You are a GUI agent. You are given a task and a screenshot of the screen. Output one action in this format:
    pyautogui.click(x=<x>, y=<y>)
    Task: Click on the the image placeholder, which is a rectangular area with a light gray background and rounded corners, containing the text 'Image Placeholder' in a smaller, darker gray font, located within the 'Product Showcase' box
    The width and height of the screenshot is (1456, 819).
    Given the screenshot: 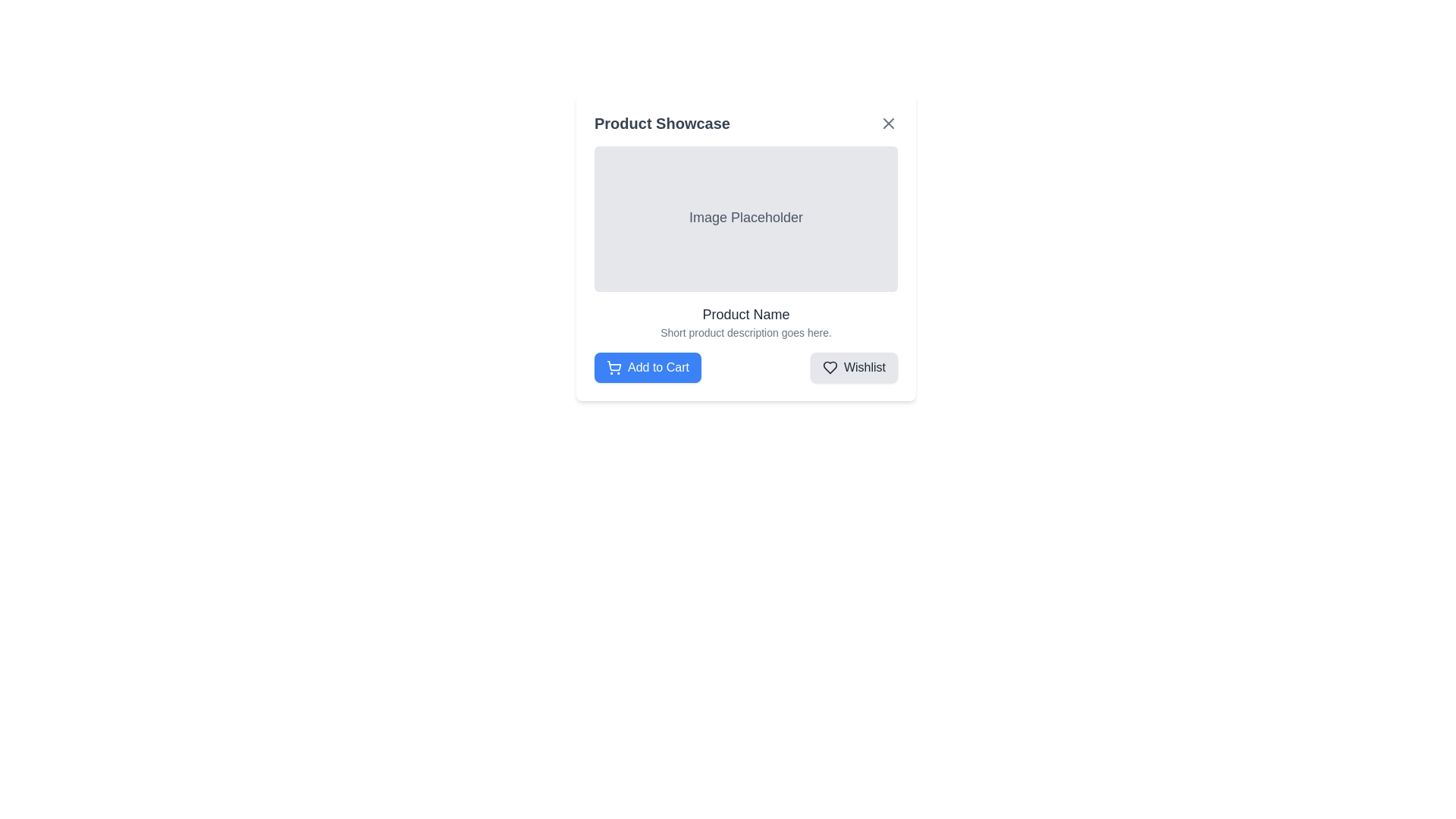 What is the action you would take?
    pyautogui.click(x=745, y=219)
    